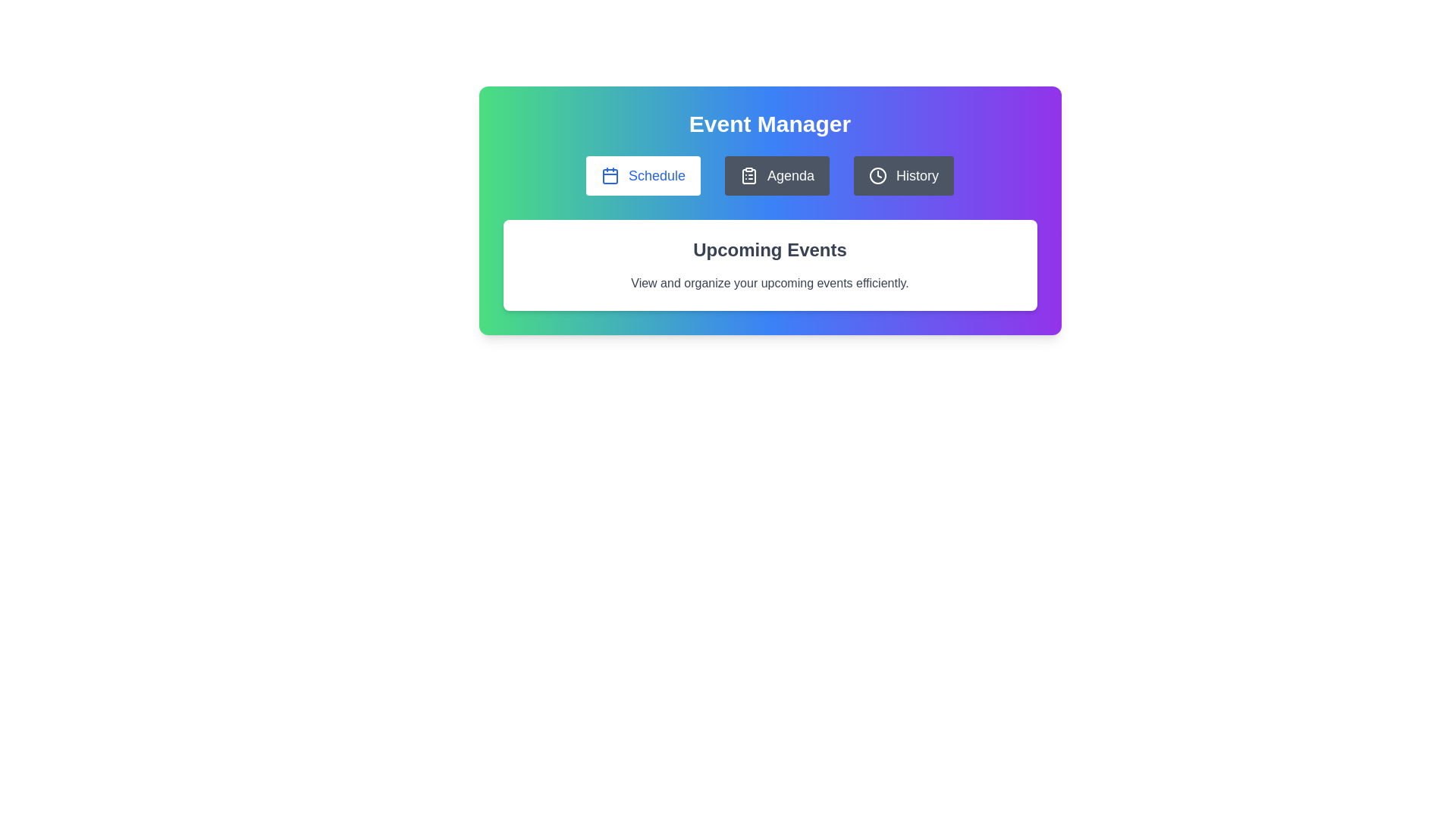 The width and height of the screenshot is (1456, 819). I want to click on the decorative vector graphic element of the 'Agenda' icon located between the 'Schedule' and 'History' buttons, so click(749, 175).